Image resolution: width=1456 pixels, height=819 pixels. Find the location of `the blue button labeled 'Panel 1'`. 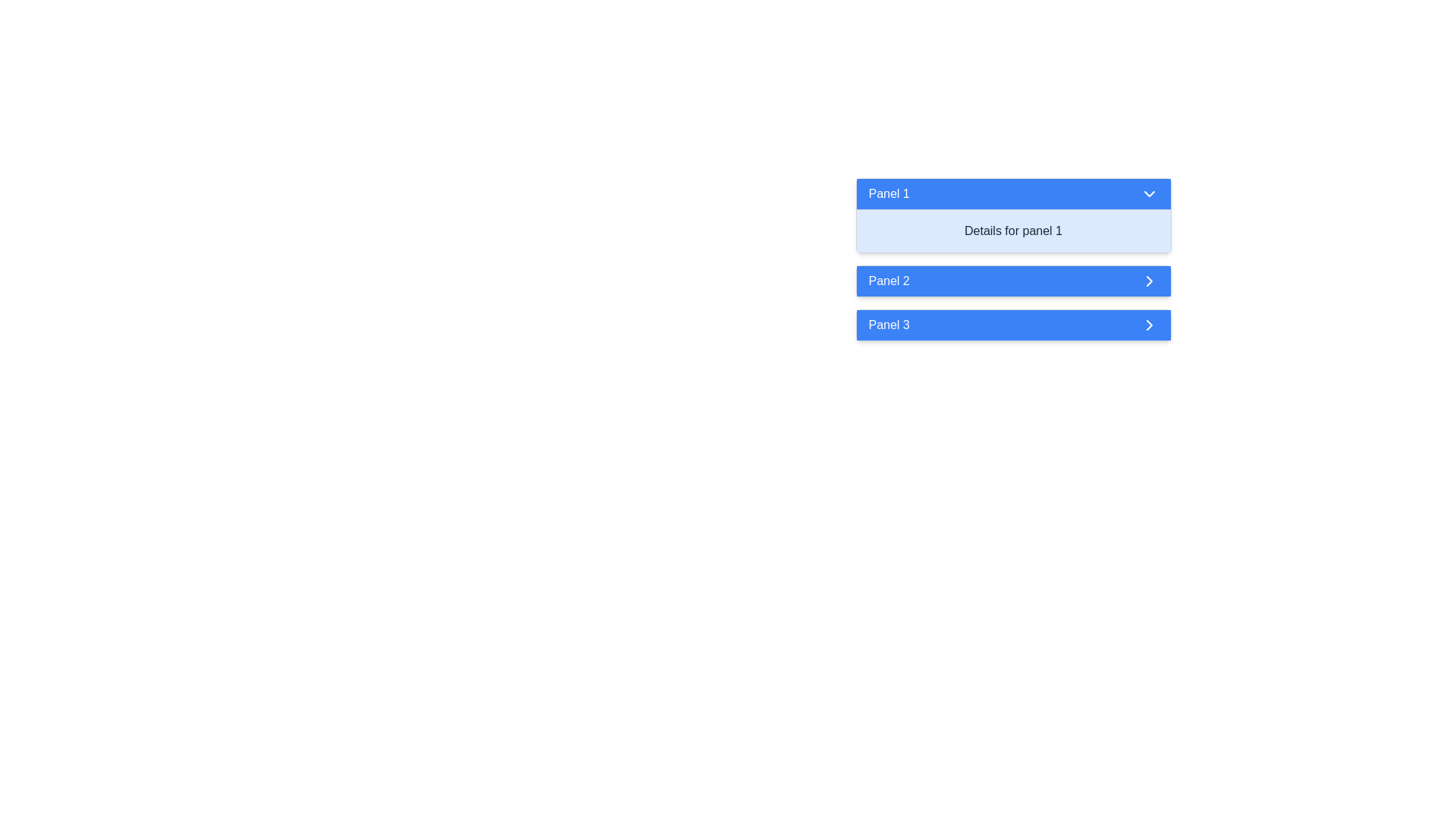

the blue button labeled 'Panel 1' is located at coordinates (1013, 193).